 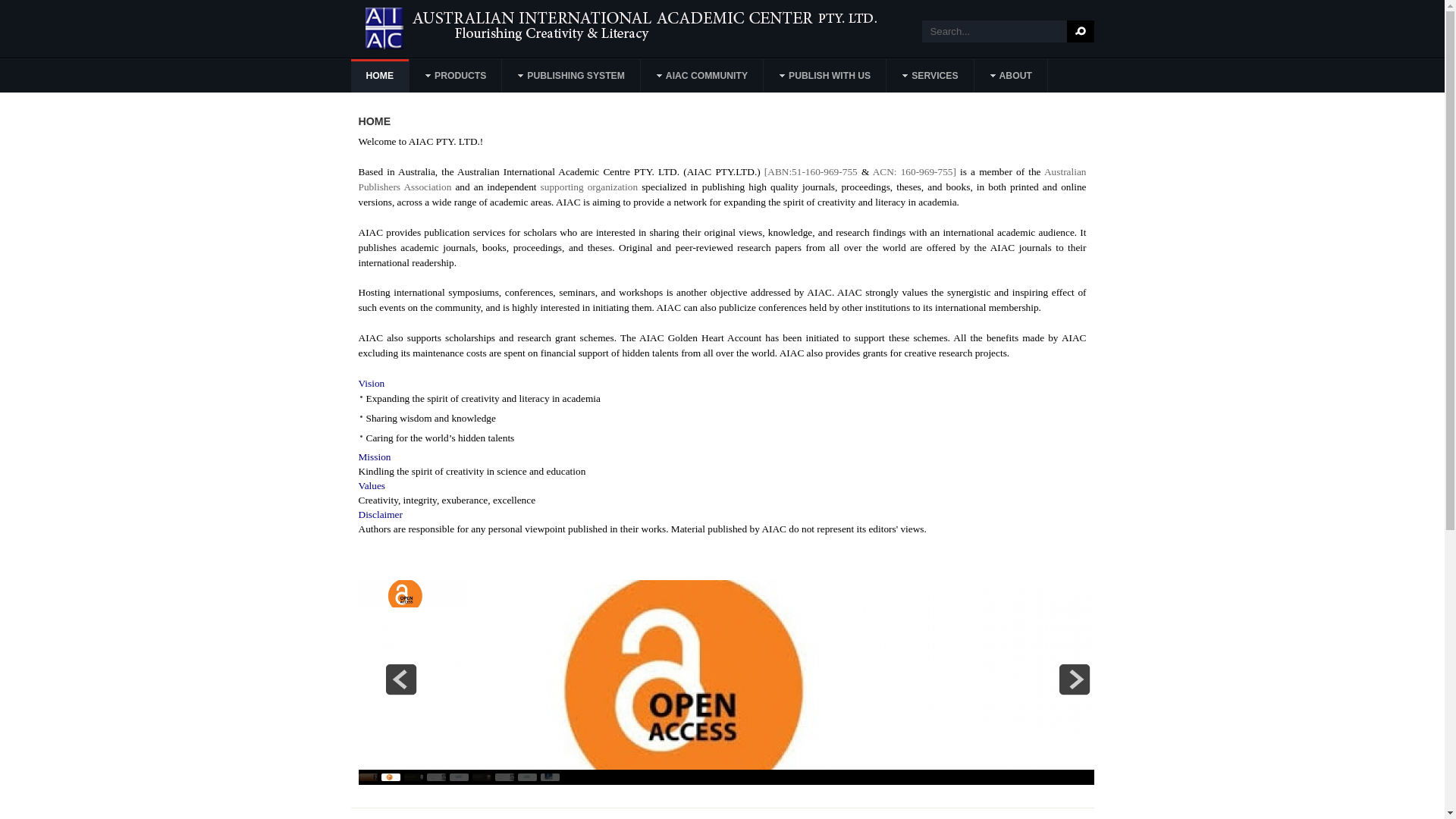 I want to click on 'AIAC COMMUNITY', so click(x=701, y=76).